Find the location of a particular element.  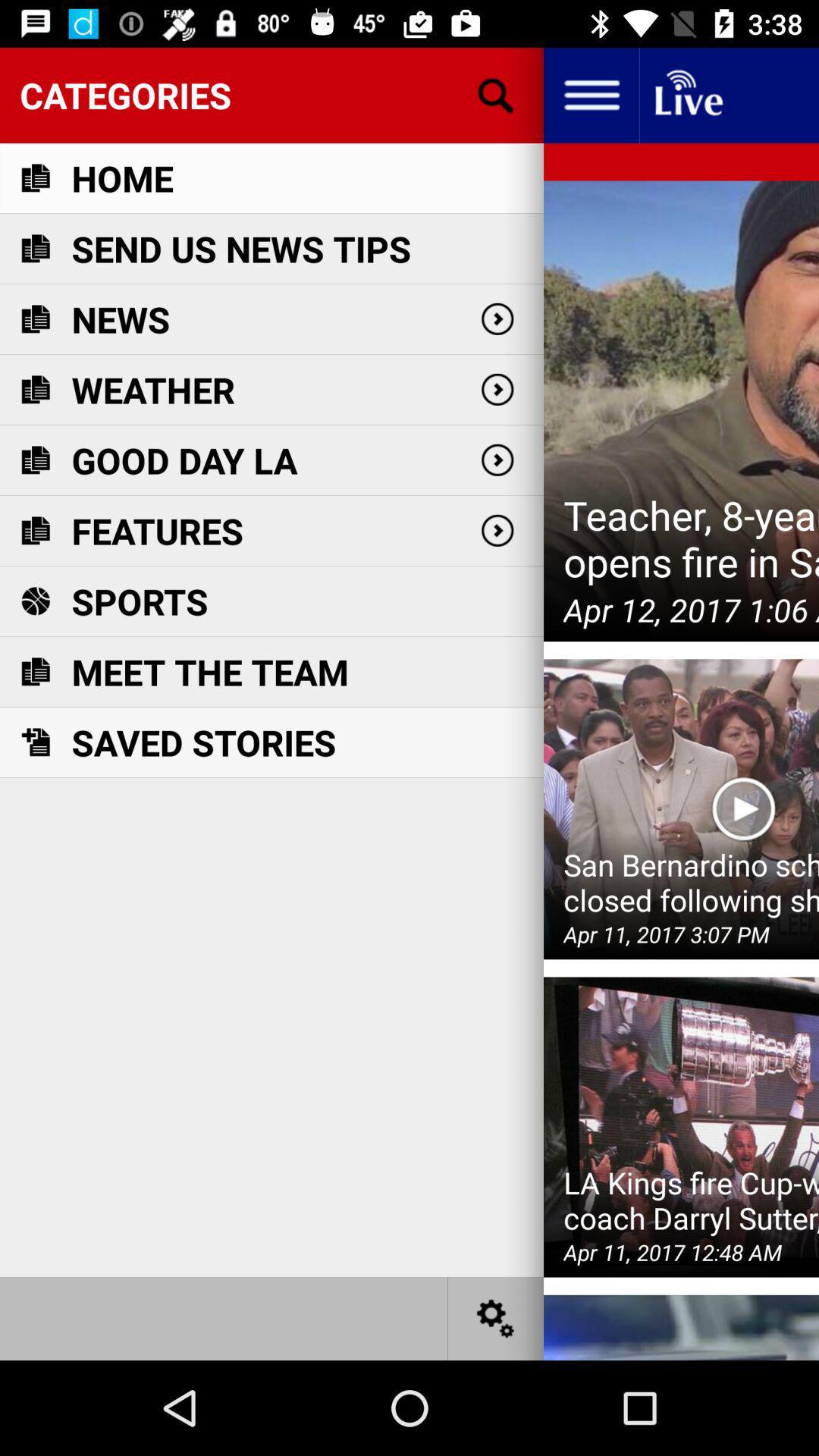

the search icon is located at coordinates (496, 94).